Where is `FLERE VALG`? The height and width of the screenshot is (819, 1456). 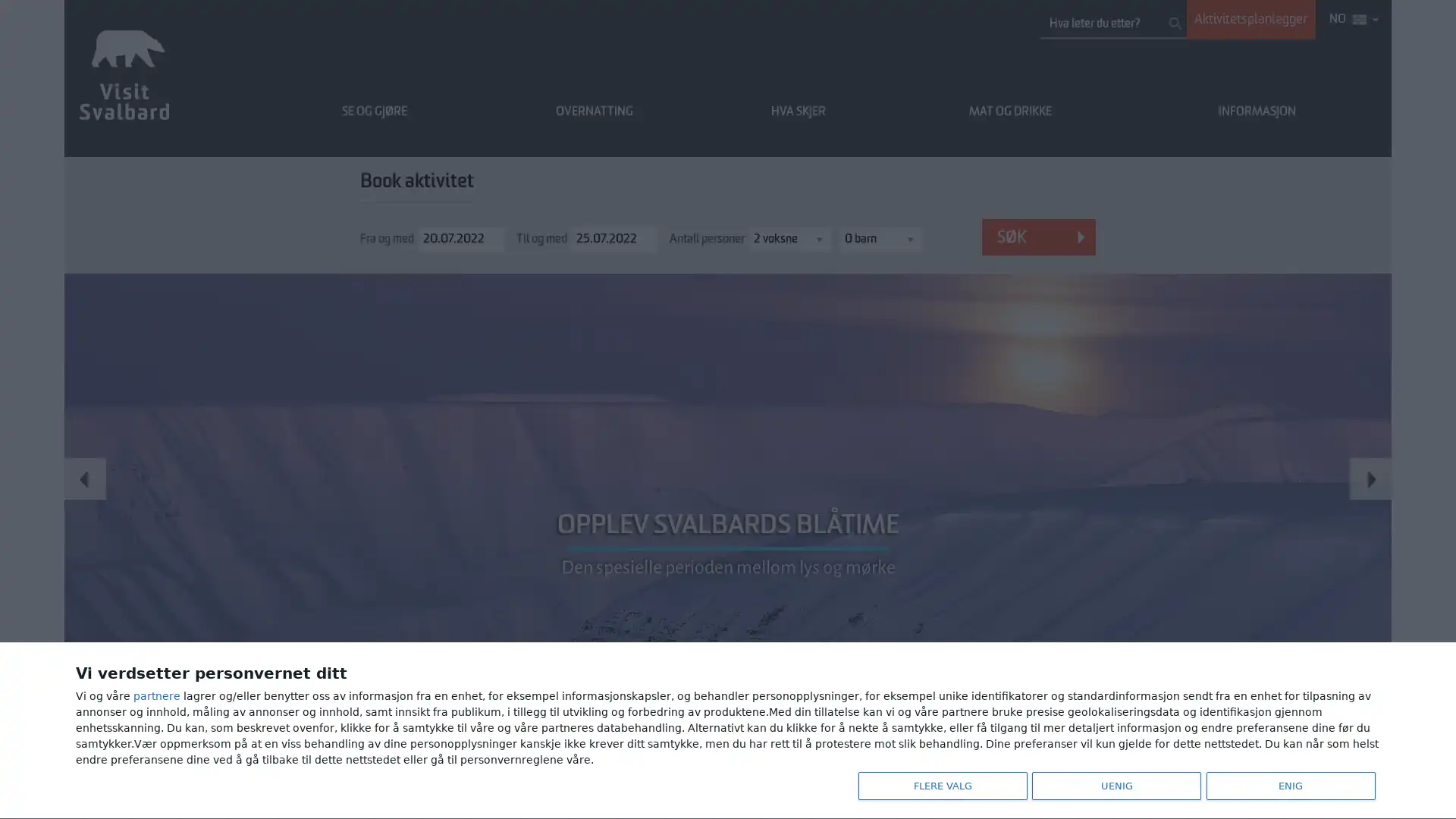
FLERE VALG is located at coordinates (938, 784).